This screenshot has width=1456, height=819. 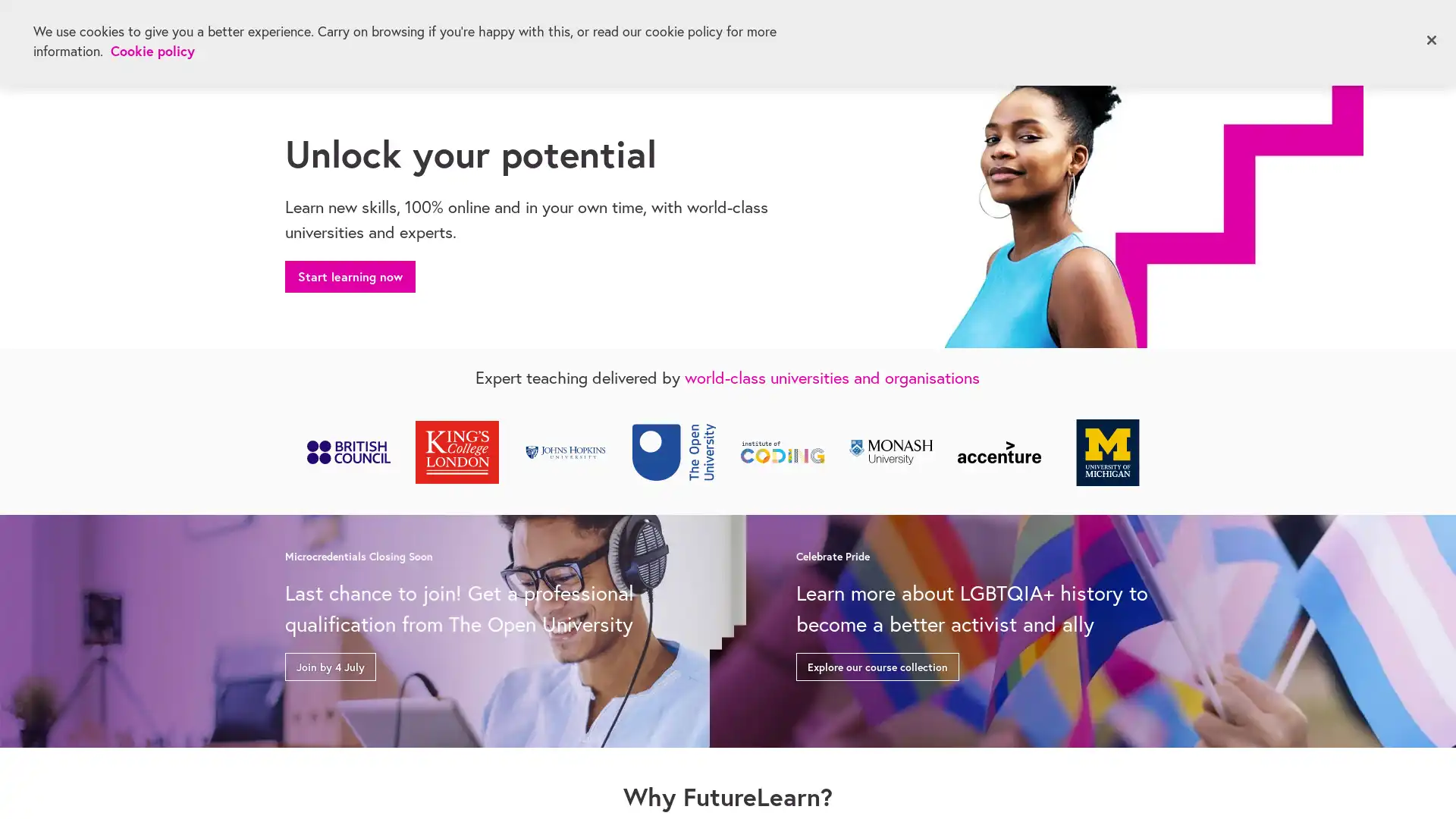 I want to click on Courses, so click(x=443, y=37).